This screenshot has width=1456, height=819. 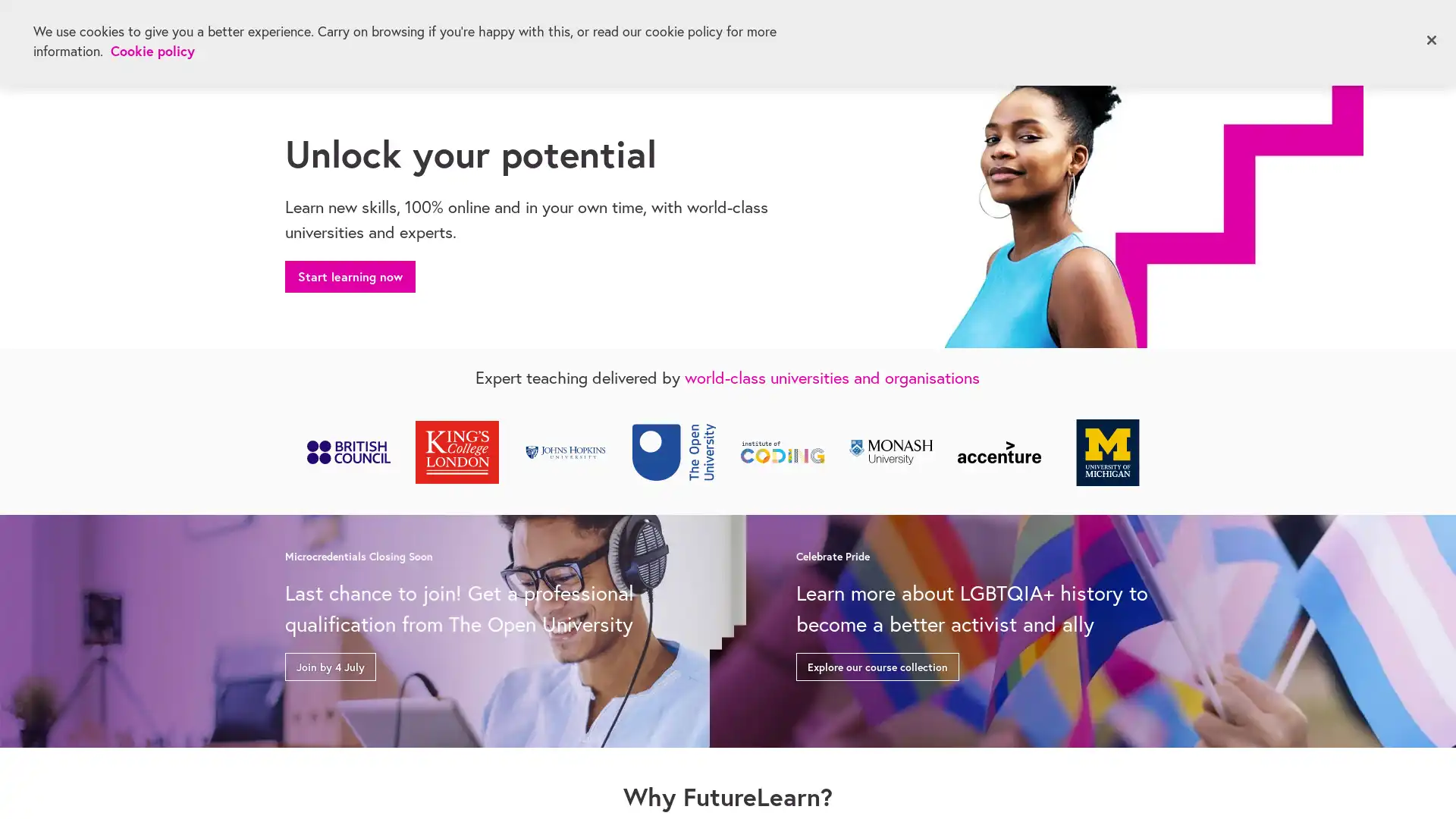 I want to click on Courses, so click(x=443, y=37).